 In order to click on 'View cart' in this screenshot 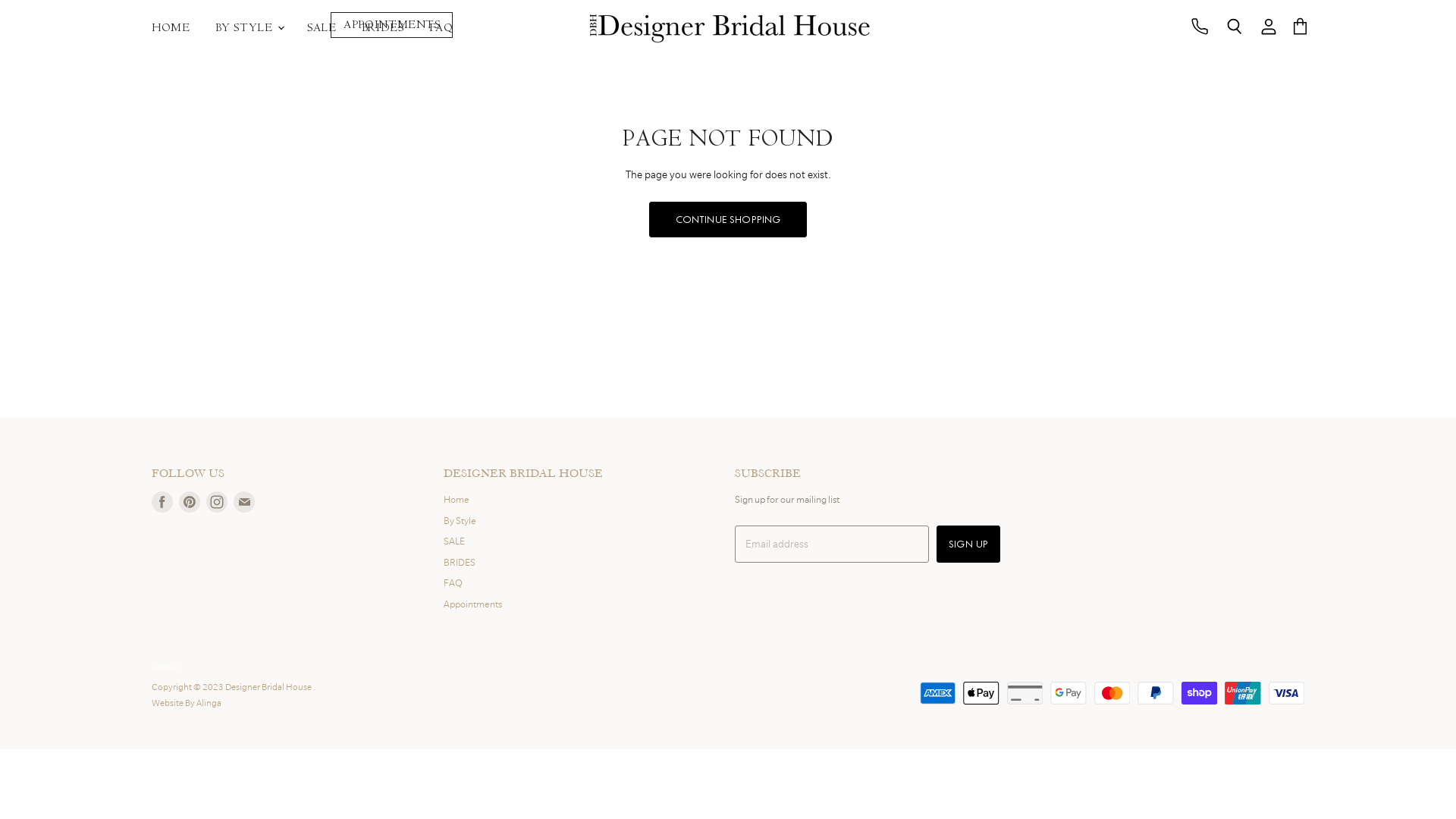, I will do `click(1299, 27)`.